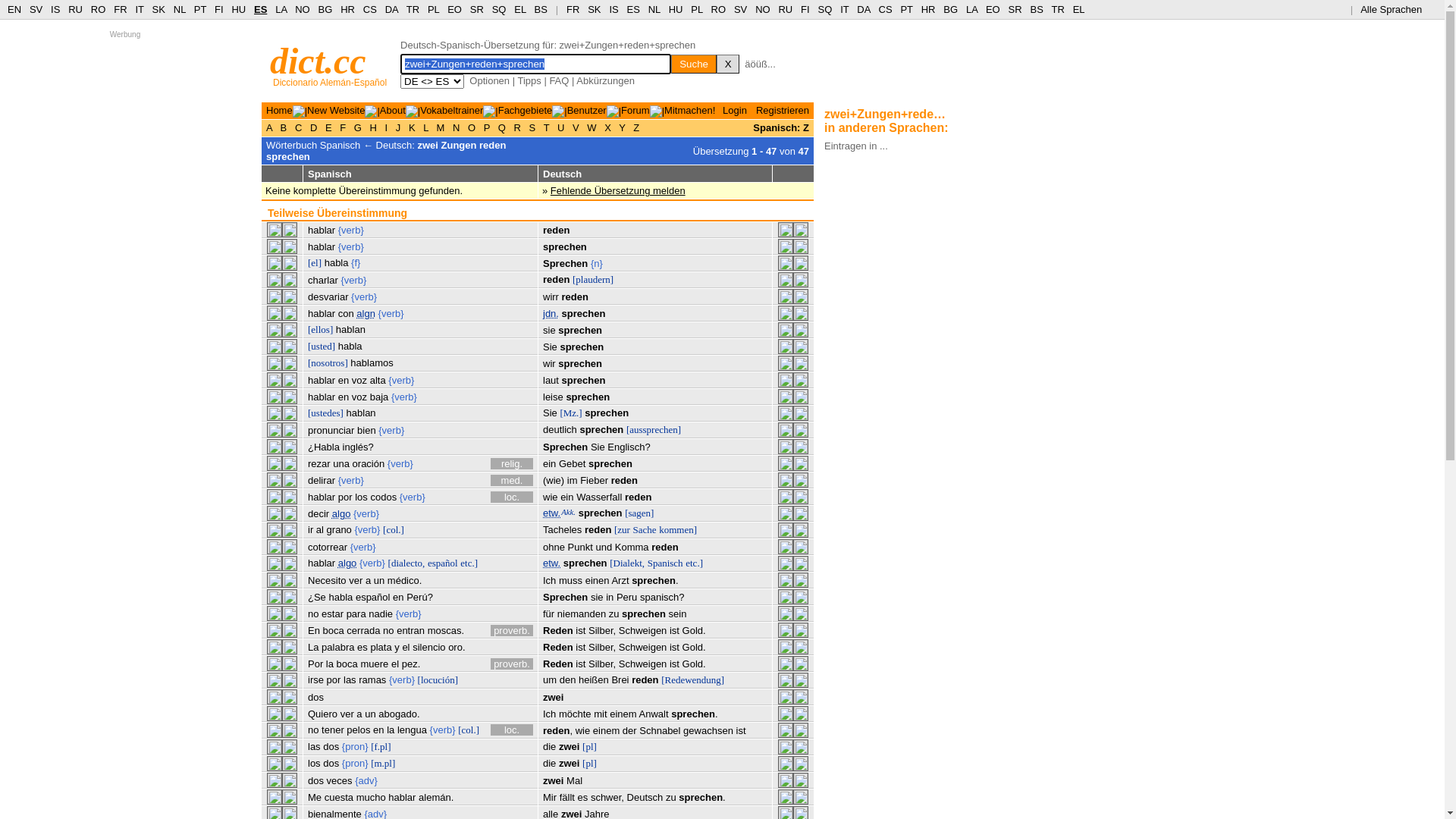 This screenshot has height=819, width=1456. What do you see at coordinates (624, 480) in the screenshot?
I see `'reden'` at bounding box center [624, 480].